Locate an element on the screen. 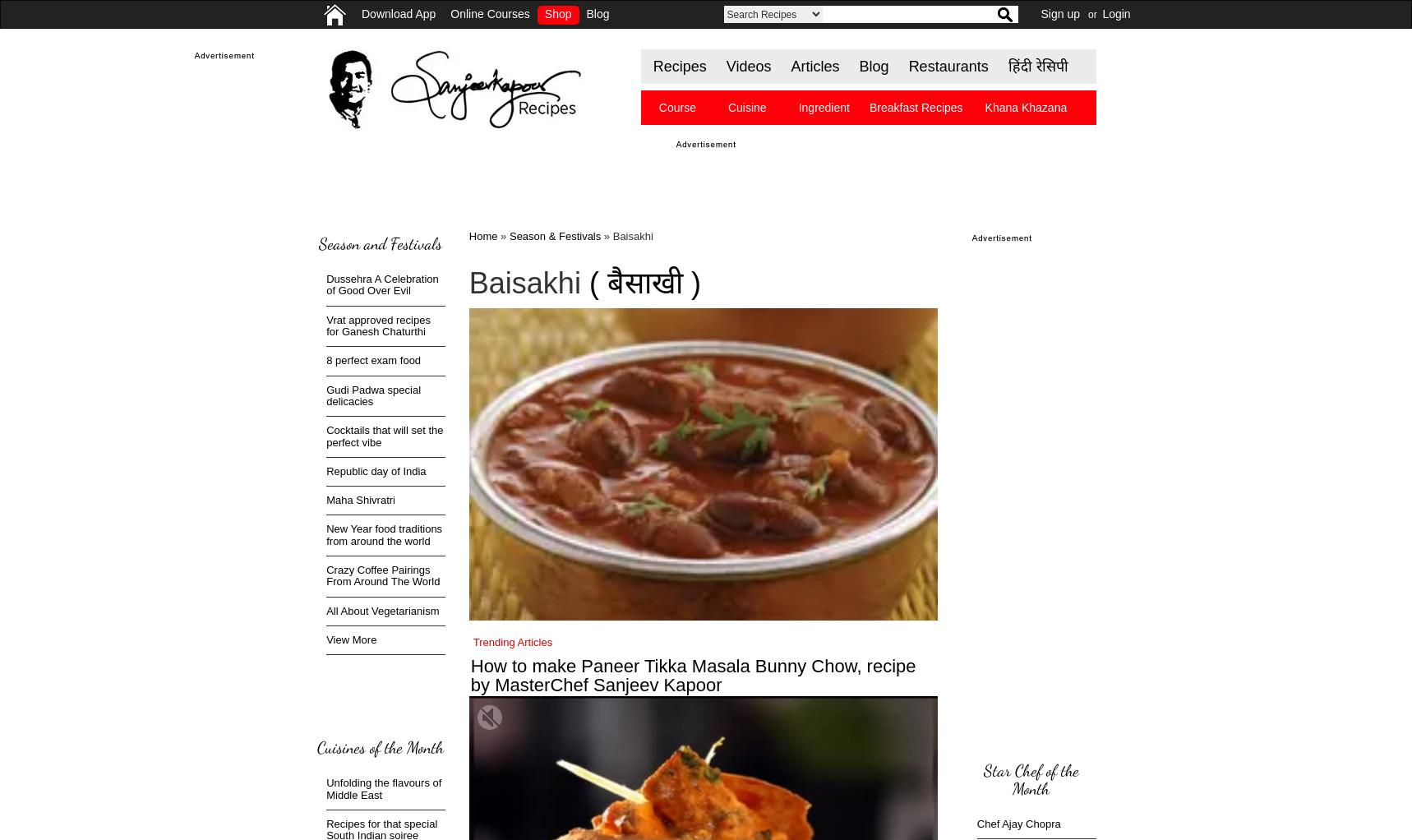 This screenshot has height=840, width=1412. 'Cuisine' is located at coordinates (745, 108).